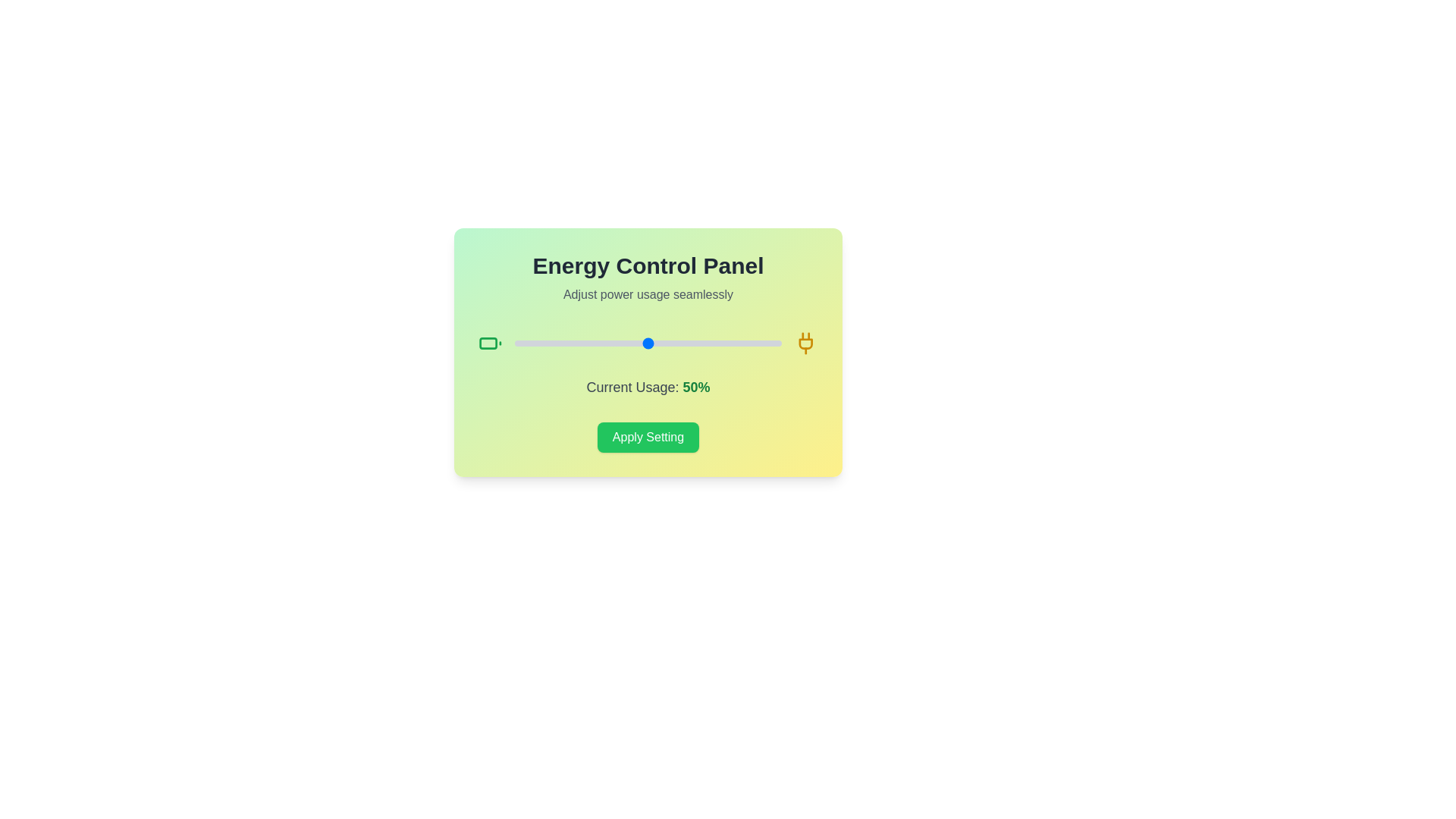 The image size is (1456, 819). What do you see at coordinates (648, 386) in the screenshot?
I see `the 'Current Usage:' text label element, which displays the percentage '50%' in bold green text, positioned below the energy control slider and above the 'Apply Setting' button` at bounding box center [648, 386].